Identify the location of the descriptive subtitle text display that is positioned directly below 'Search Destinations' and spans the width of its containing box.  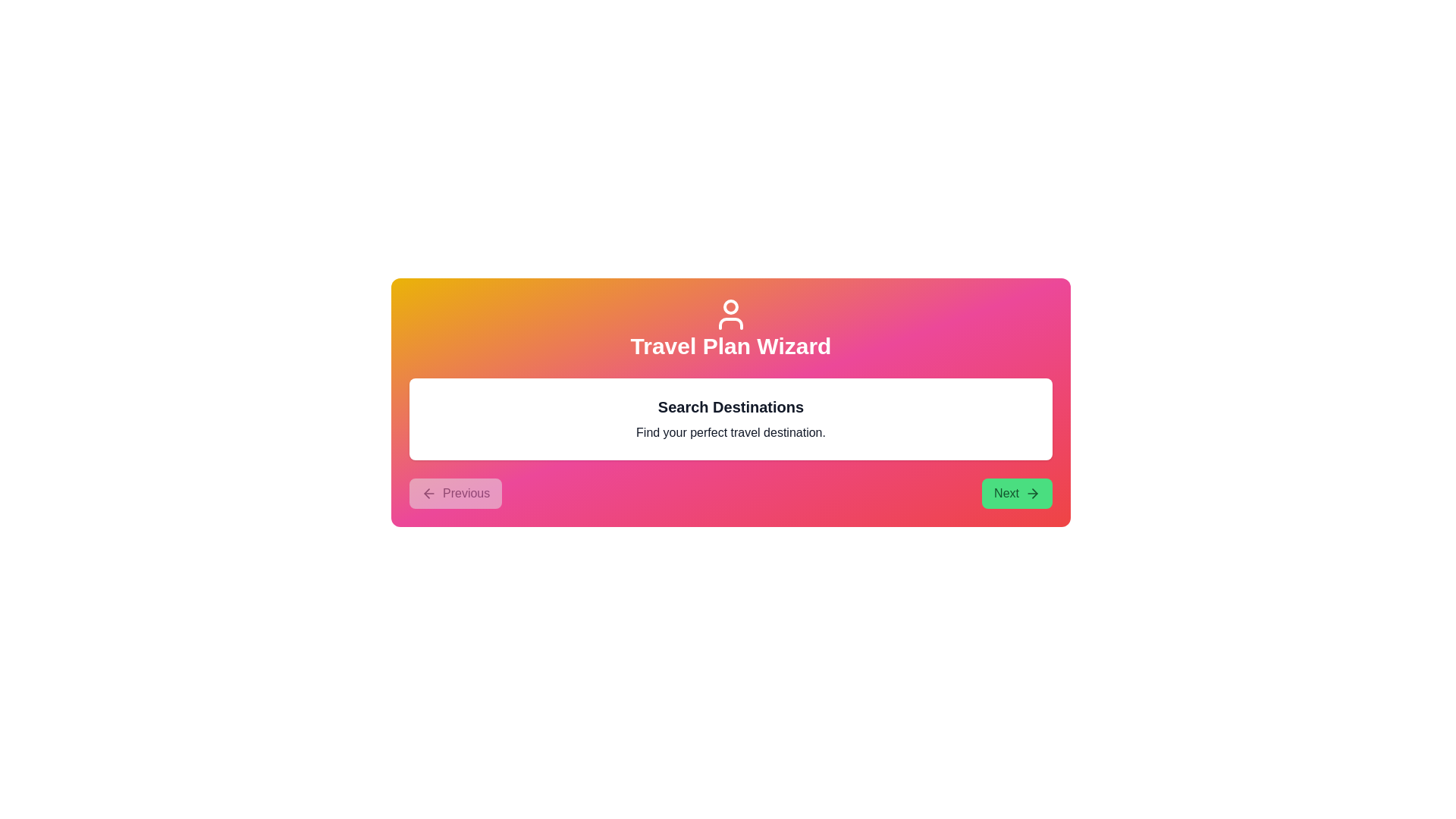
(731, 432).